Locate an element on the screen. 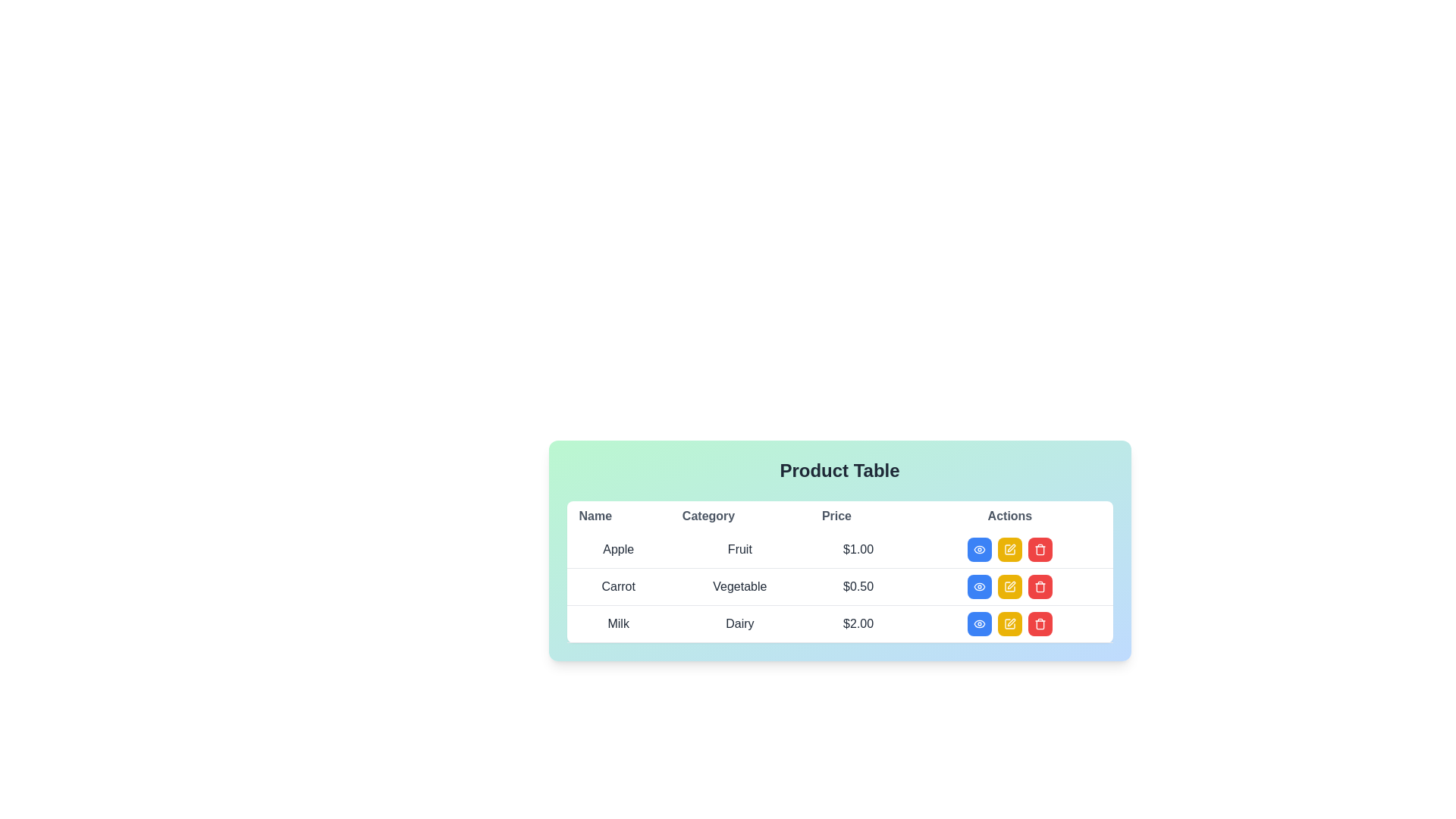 The width and height of the screenshot is (1456, 819). the blue button with a white eye icon located in the 'Actions' column of the table, in the second row corresponding to the 'Vegetable' category is located at coordinates (979, 586).